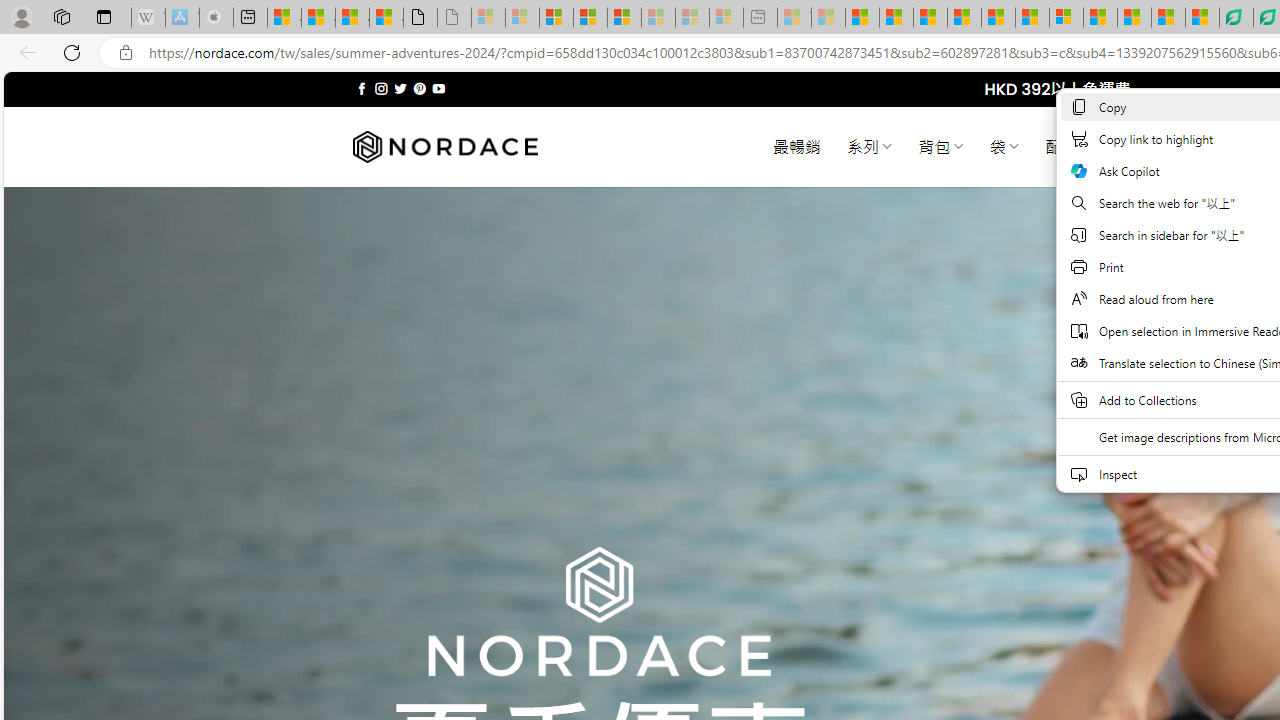 The image size is (1280, 720). I want to click on 'Microsoft Services Agreement - Sleeping', so click(522, 17).